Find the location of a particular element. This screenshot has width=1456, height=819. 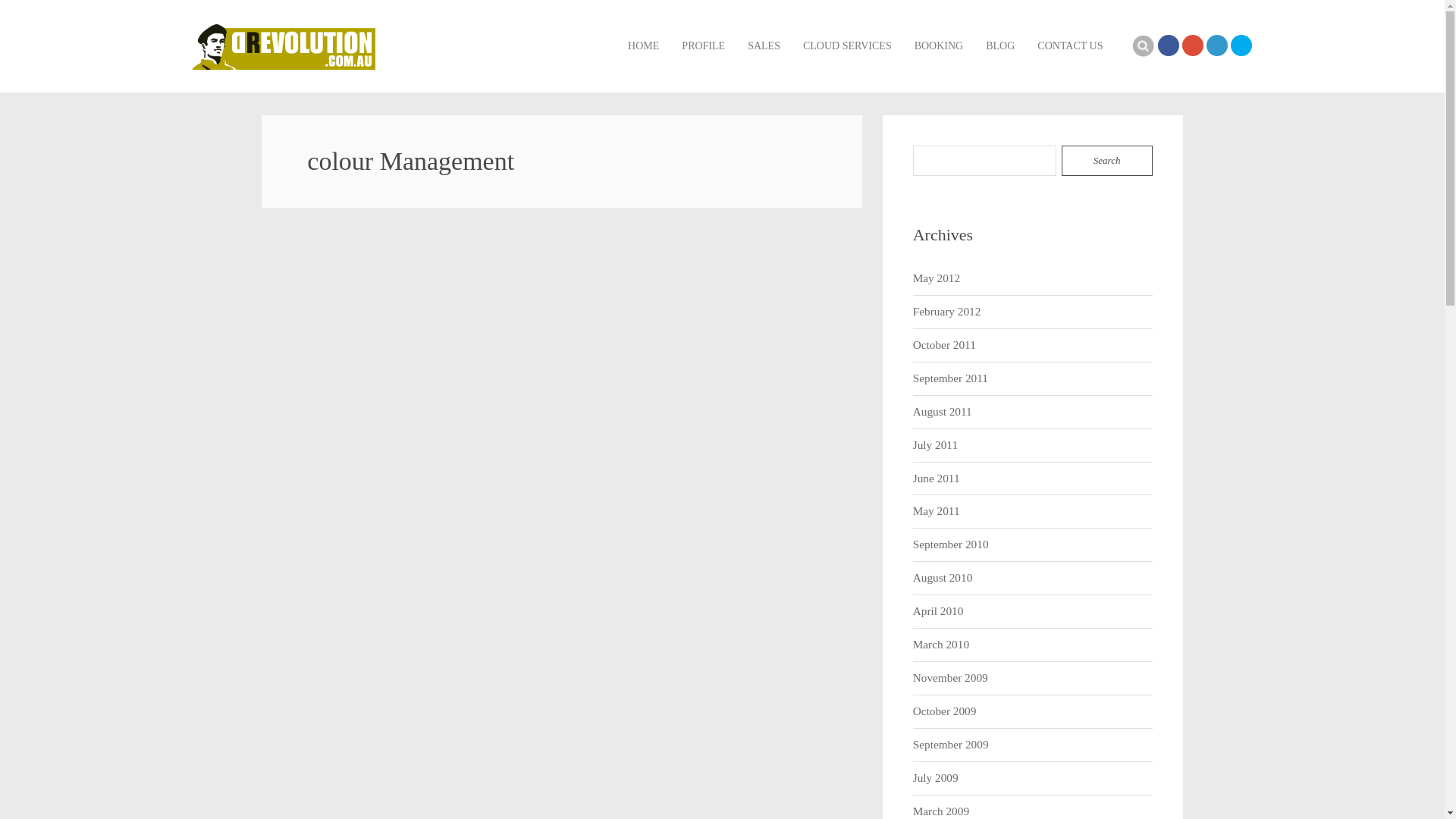

'Skip to content' is located at coordinates (627, 22).